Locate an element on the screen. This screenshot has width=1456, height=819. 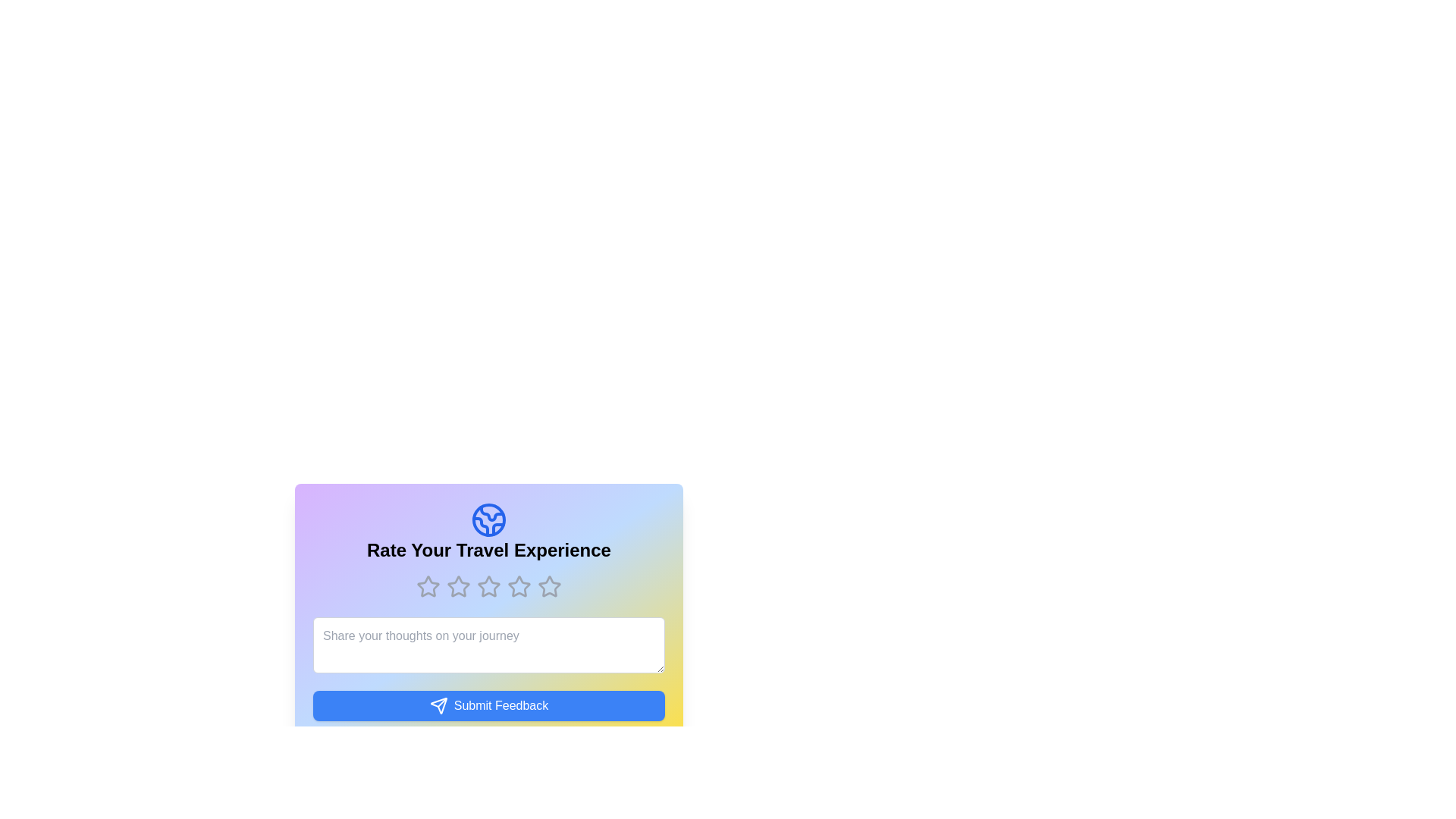
the 'Submit Feedback' button to submit the feedback is located at coordinates (488, 705).